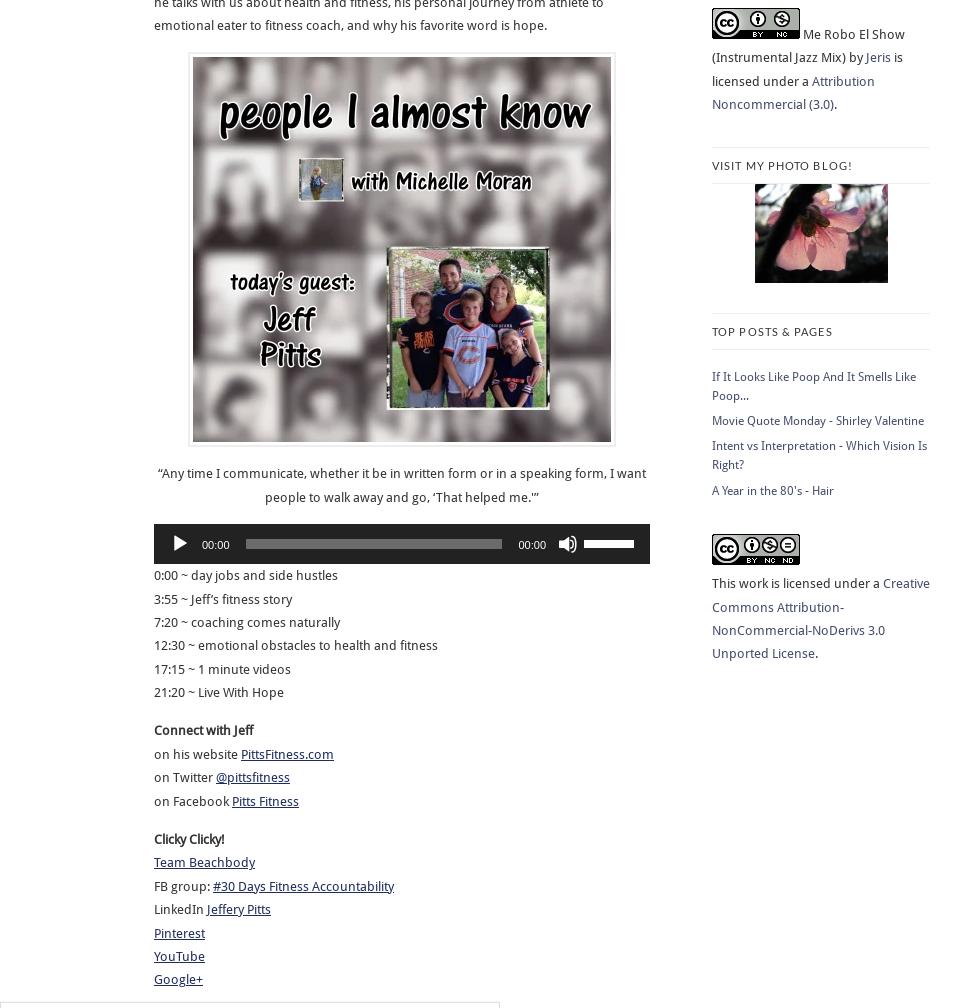 Image resolution: width=960 pixels, height=1008 pixels. What do you see at coordinates (813, 385) in the screenshot?
I see `'If It Looks Like Poop And It Smells Like Poop...'` at bounding box center [813, 385].